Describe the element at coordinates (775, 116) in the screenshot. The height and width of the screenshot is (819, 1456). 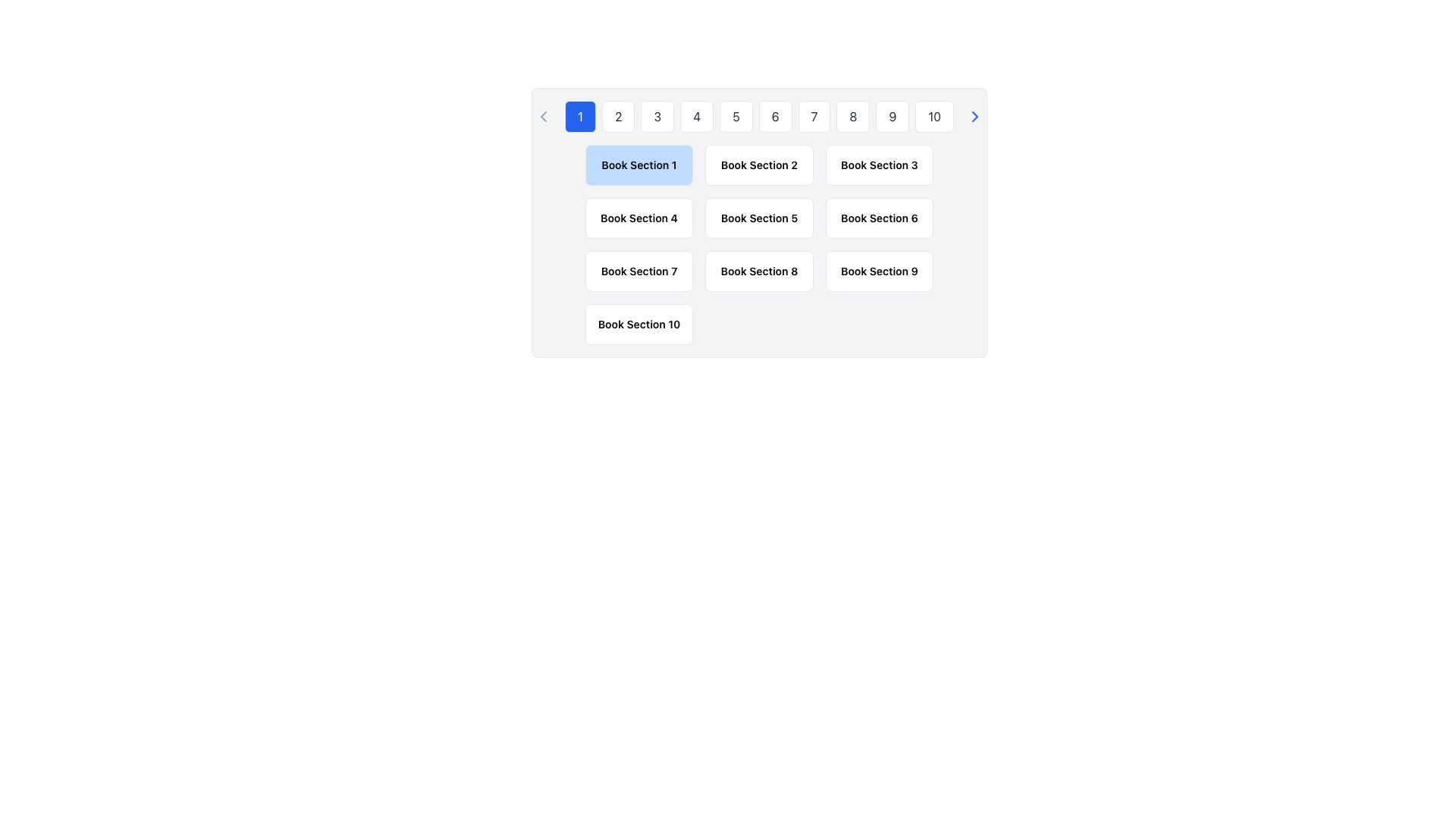
I see `the button labeled '6', which is the 6th button in a row of sequential buttons, to trigger visual feedback` at that location.